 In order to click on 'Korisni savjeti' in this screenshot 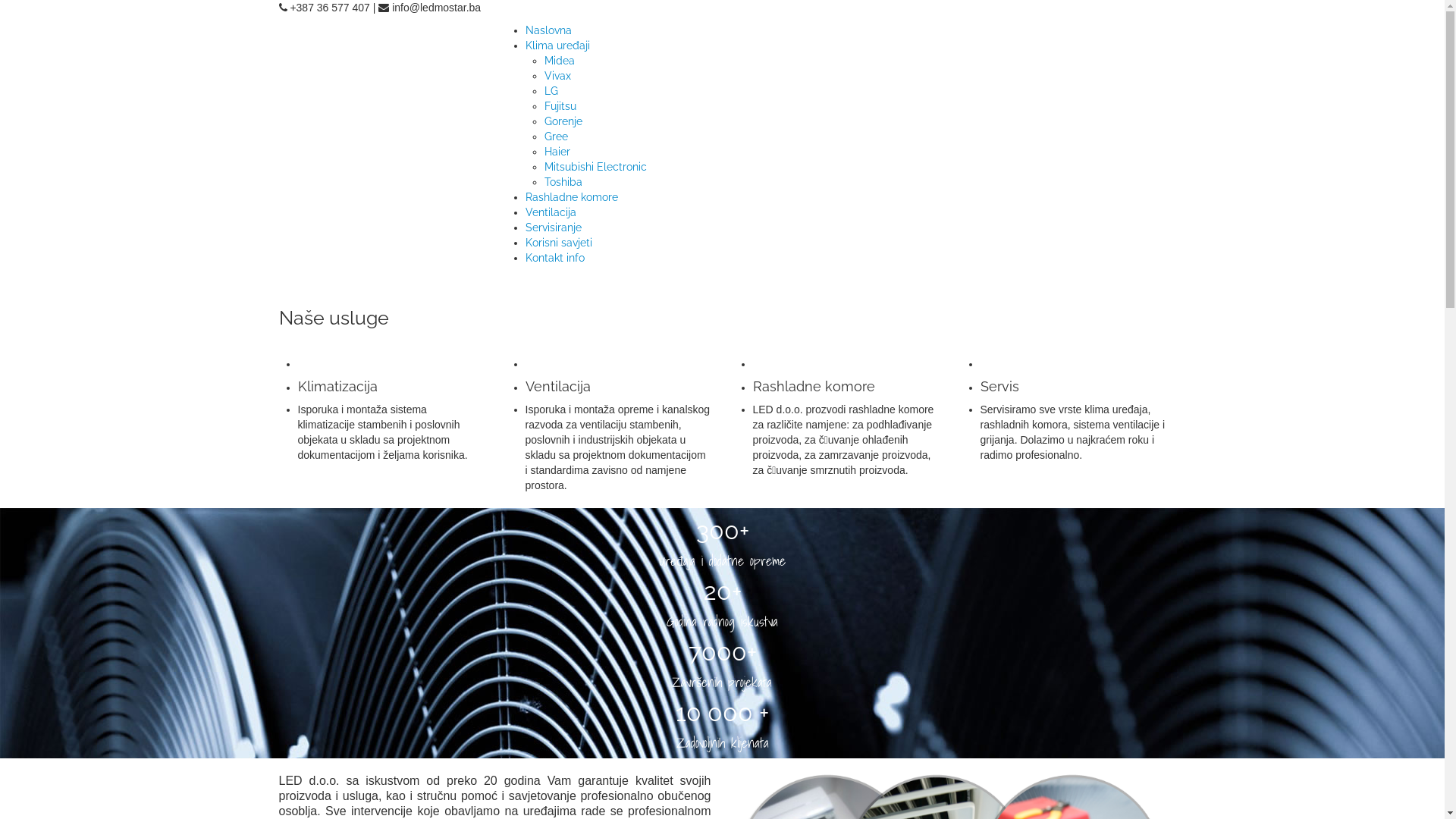, I will do `click(557, 242)`.